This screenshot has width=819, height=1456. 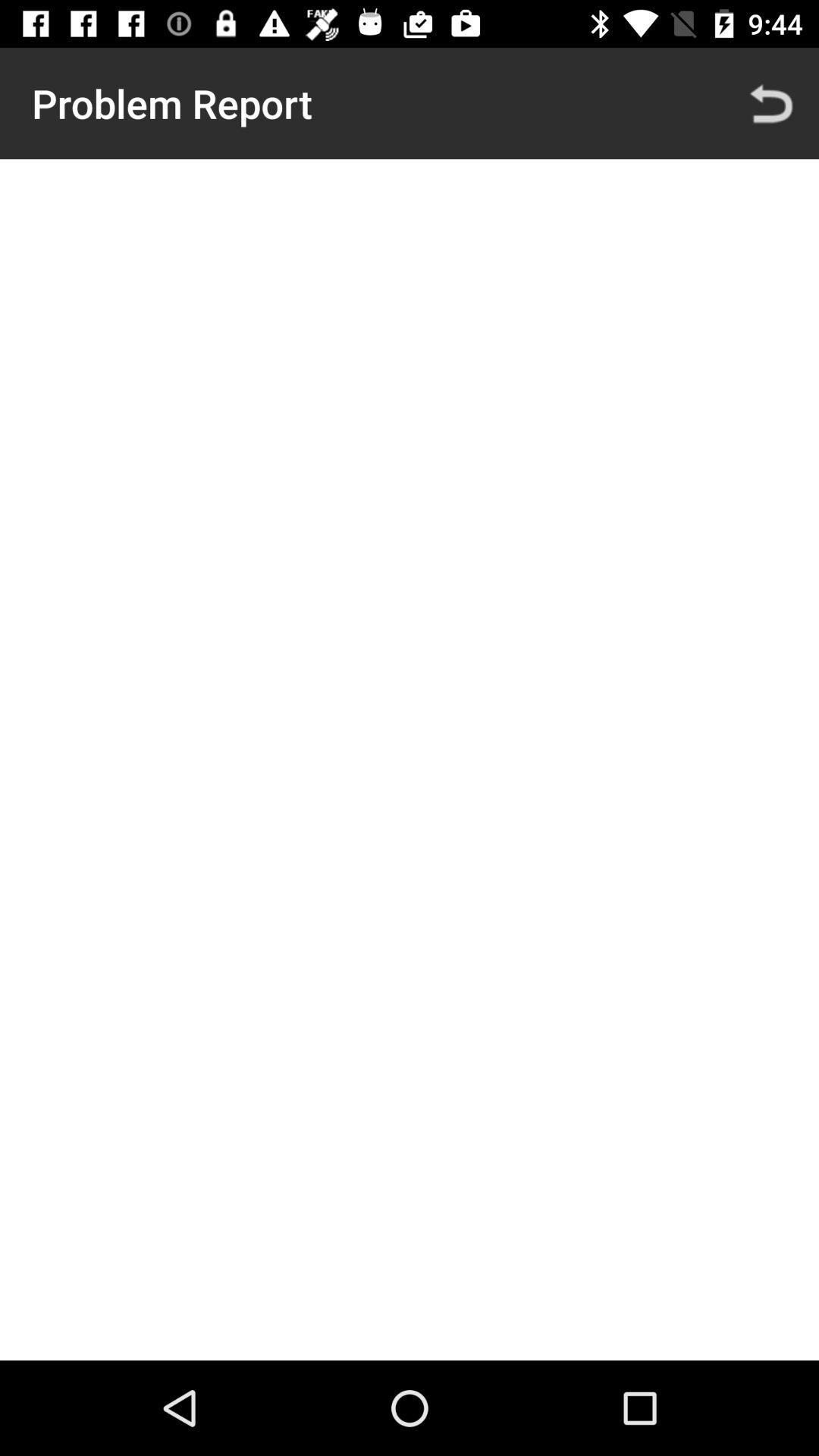 I want to click on the icon at the top right corner, so click(x=771, y=102).